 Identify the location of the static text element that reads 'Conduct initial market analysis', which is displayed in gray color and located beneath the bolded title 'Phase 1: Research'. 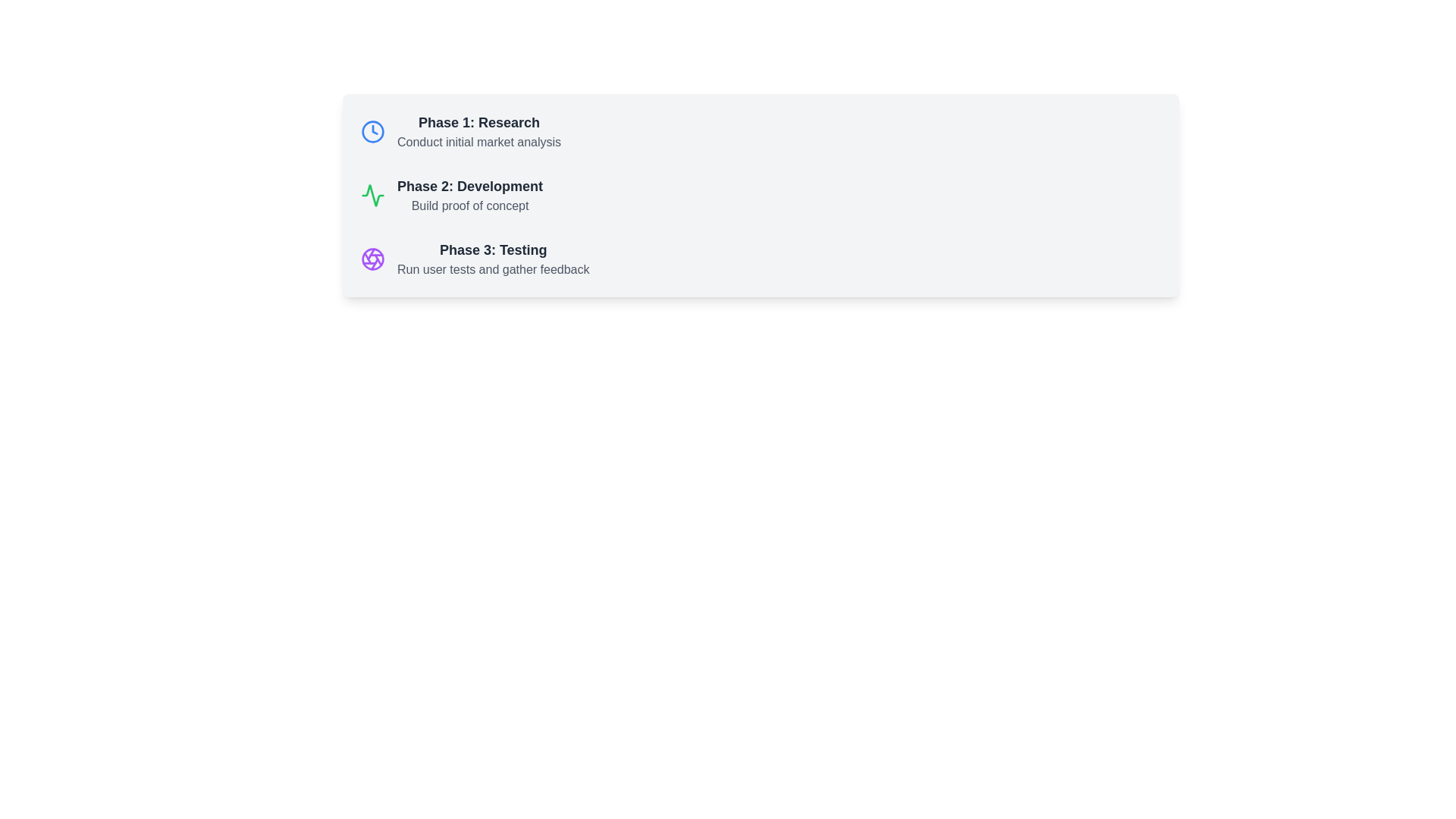
(479, 143).